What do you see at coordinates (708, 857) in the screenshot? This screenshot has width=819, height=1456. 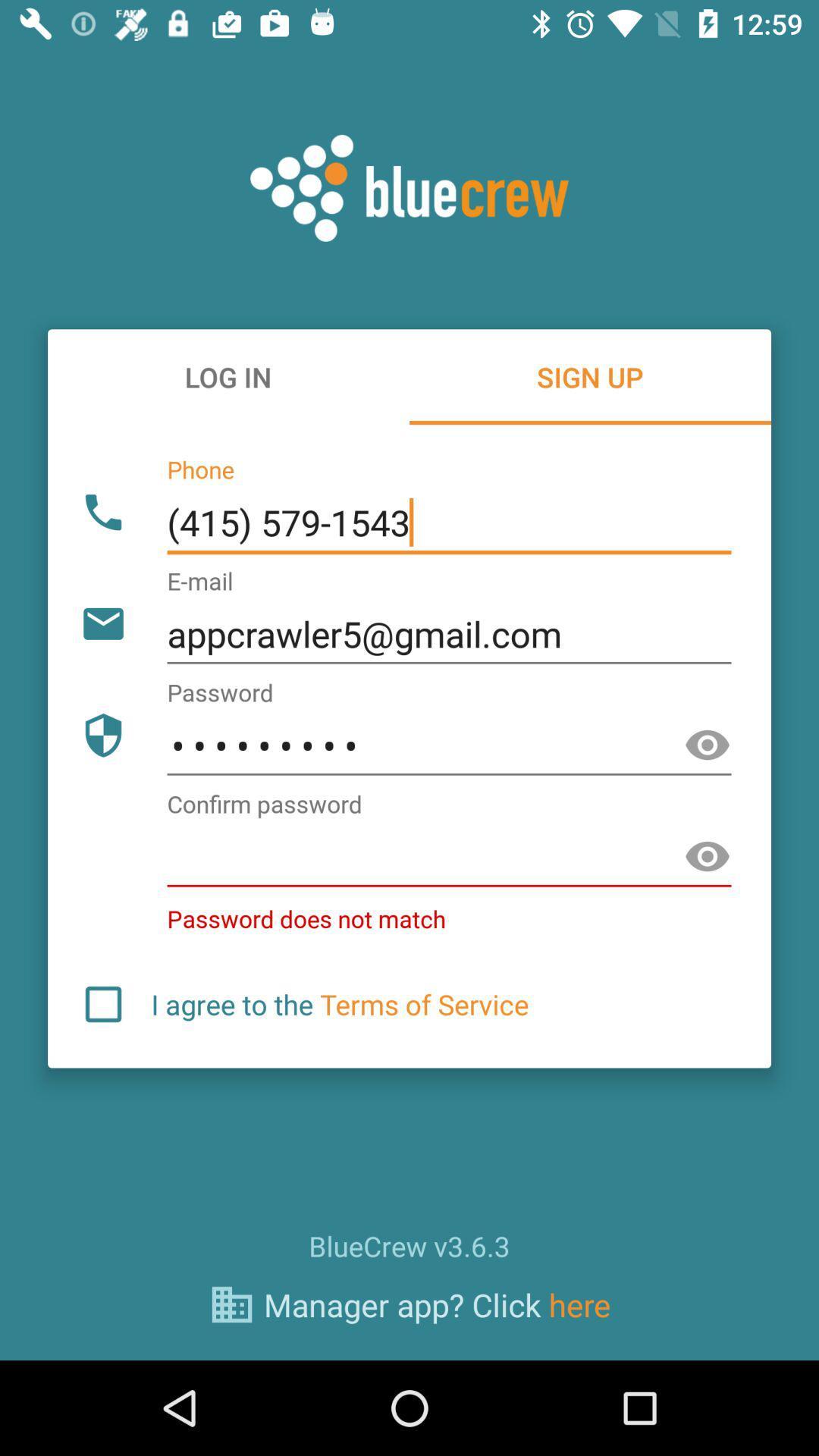 I see `show password option` at bounding box center [708, 857].